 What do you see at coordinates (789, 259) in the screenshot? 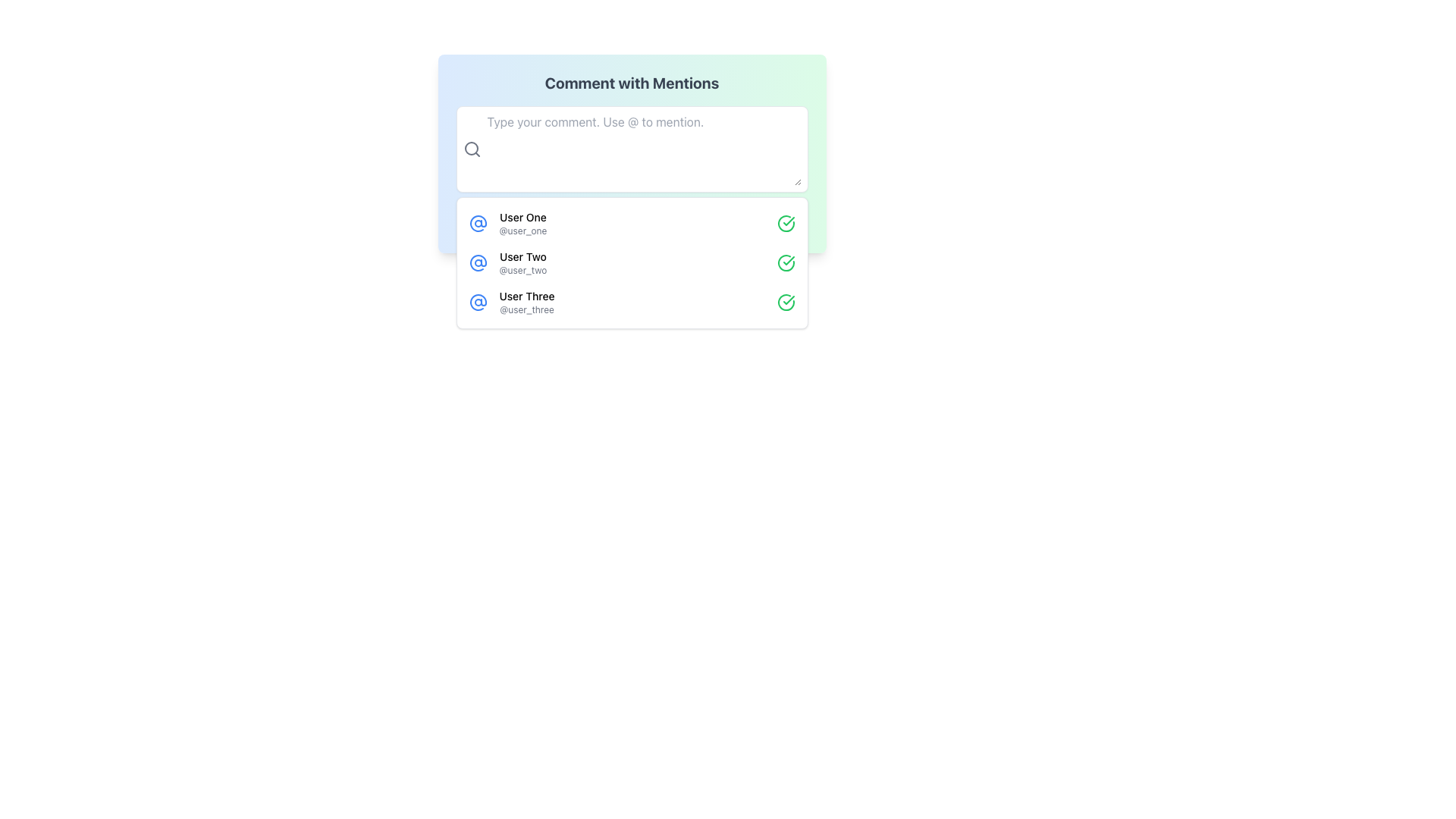
I see `the green checkmark icon within the SVG structure, located adjacent to the second user's entry in the vertical list` at bounding box center [789, 259].